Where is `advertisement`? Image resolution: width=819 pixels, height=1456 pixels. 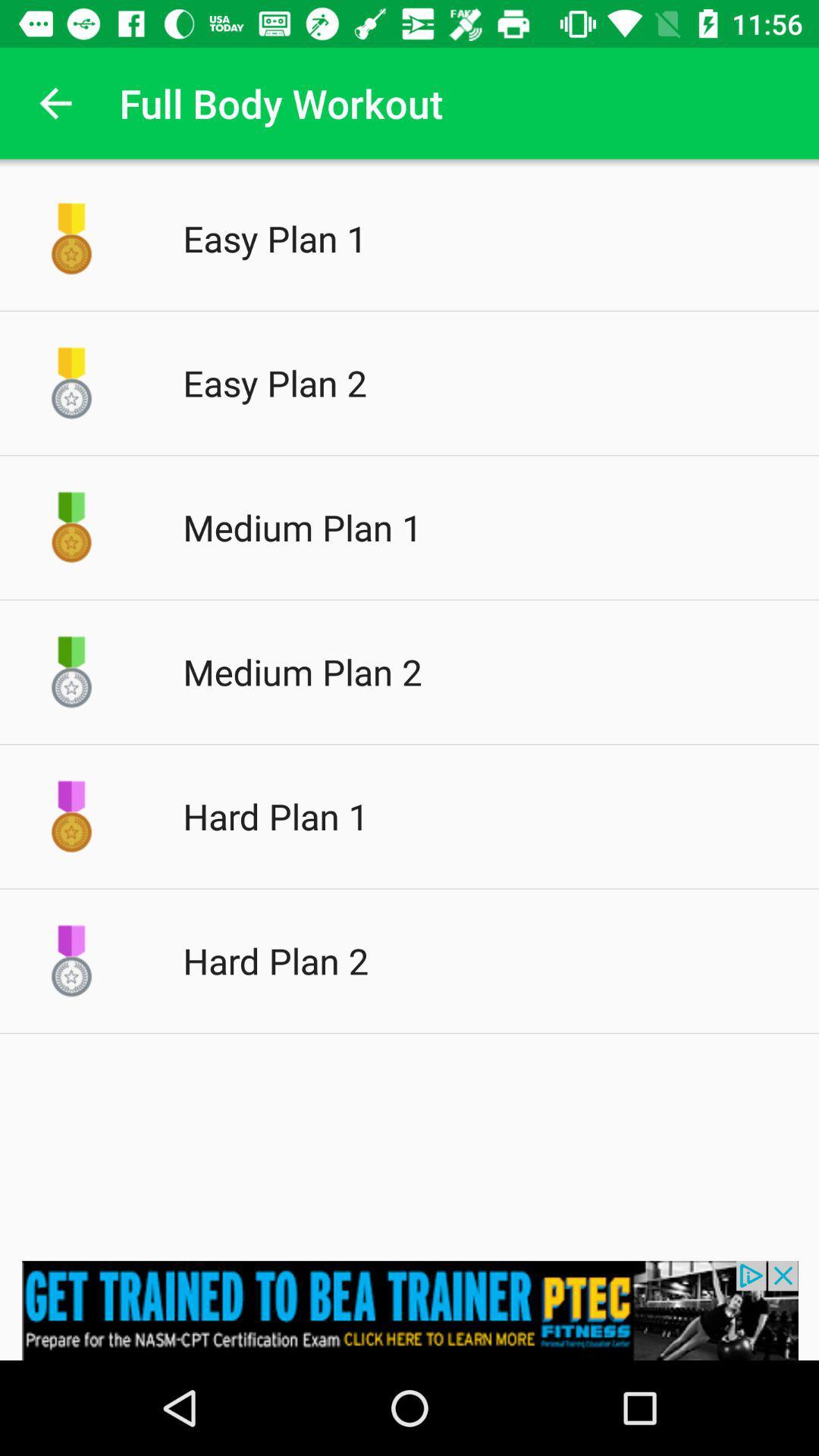
advertisement is located at coordinates (409, 1310).